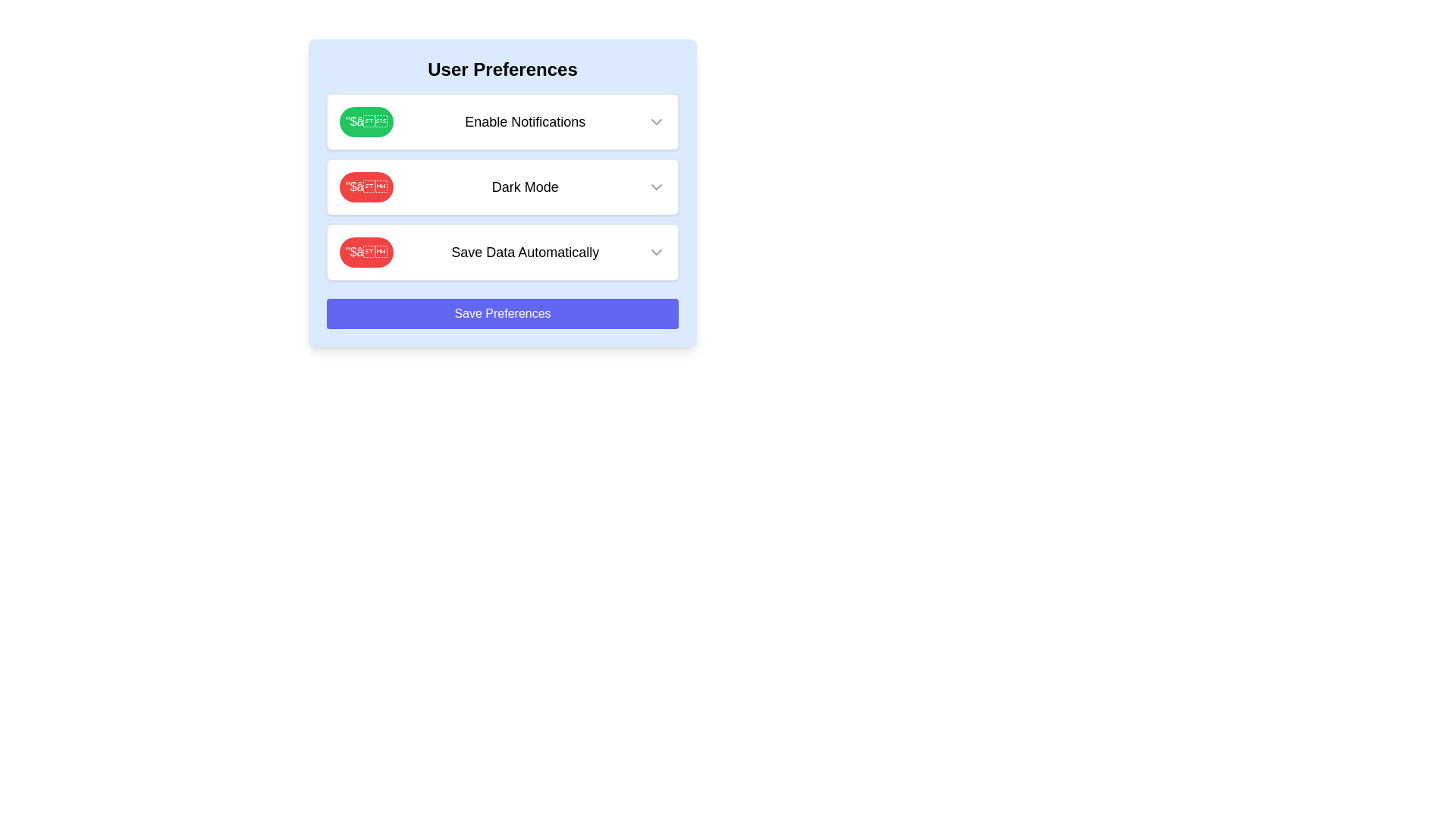  Describe the element at coordinates (502, 312) in the screenshot. I see `the 'Save Preferences' button` at that location.